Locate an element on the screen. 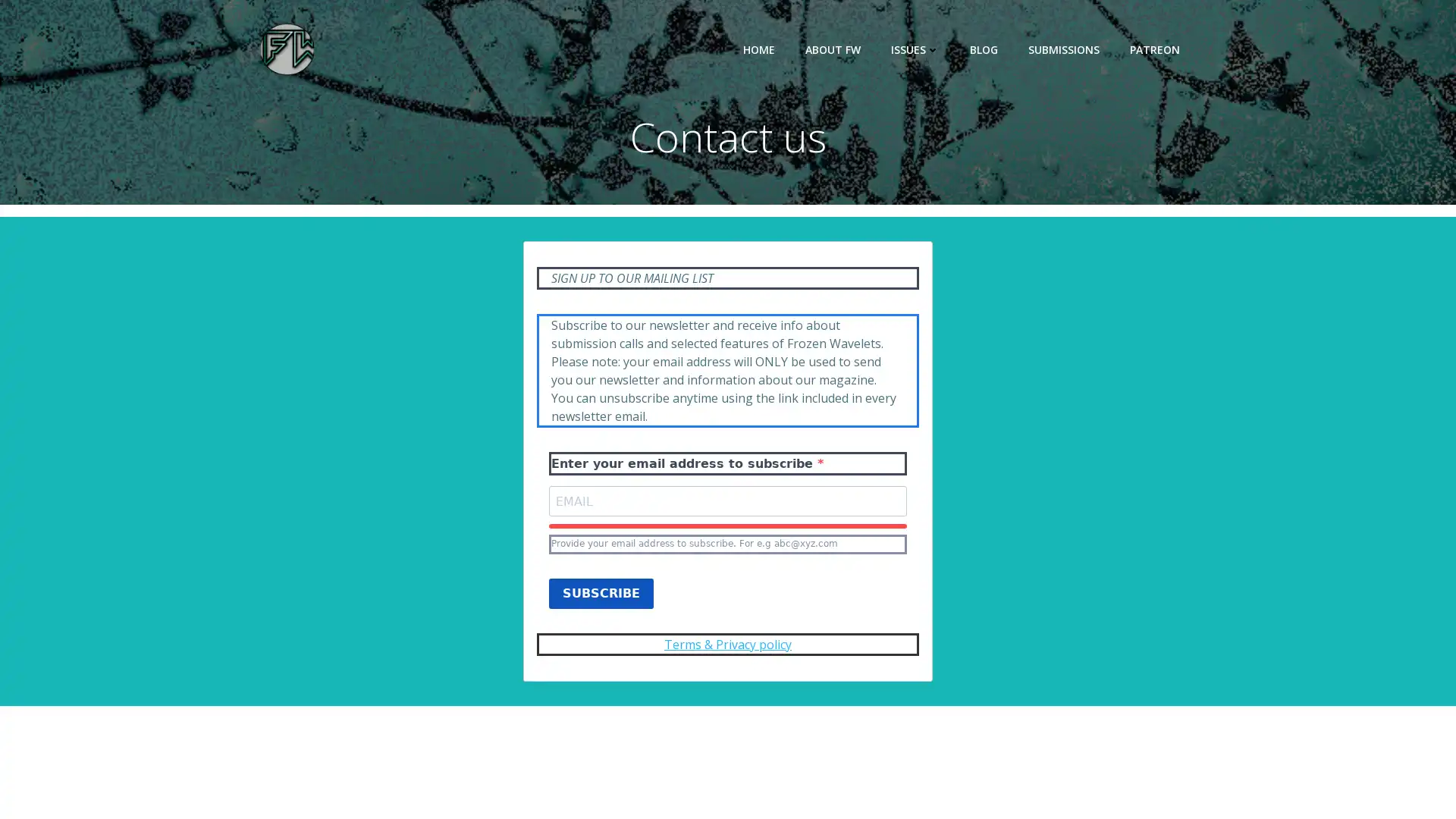 The height and width of the screenshot is (819, 1456). SUBSCRIBE is located at coordinates (600, 610).